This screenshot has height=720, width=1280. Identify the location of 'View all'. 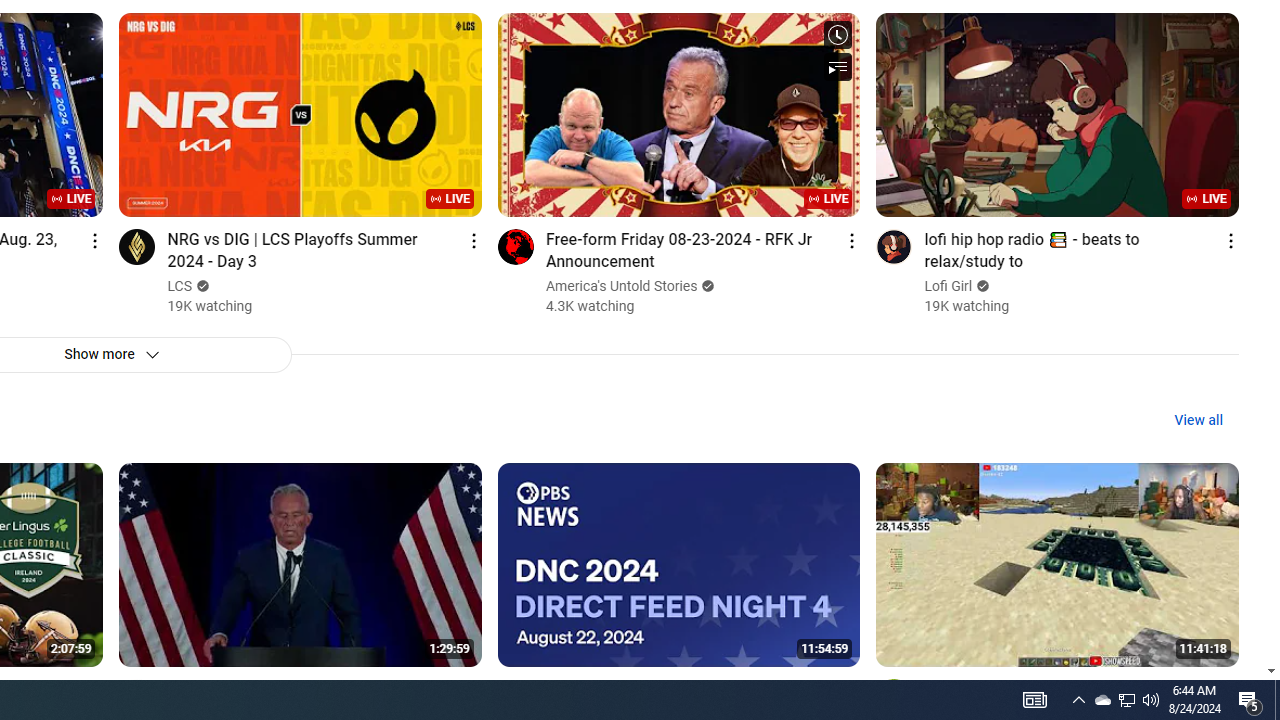
(1198, 419).